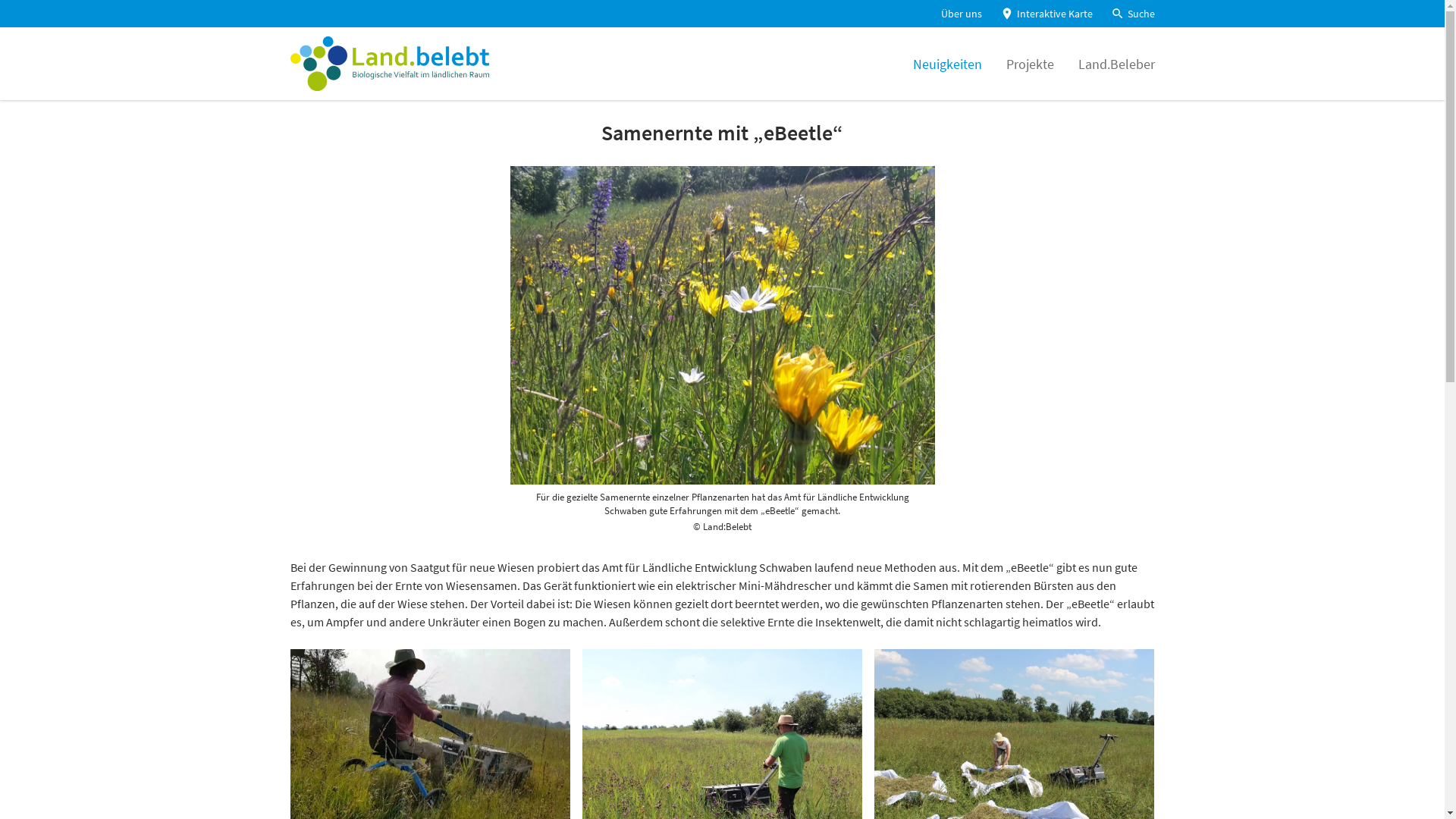  I want to click on '0', so click(19, 30).